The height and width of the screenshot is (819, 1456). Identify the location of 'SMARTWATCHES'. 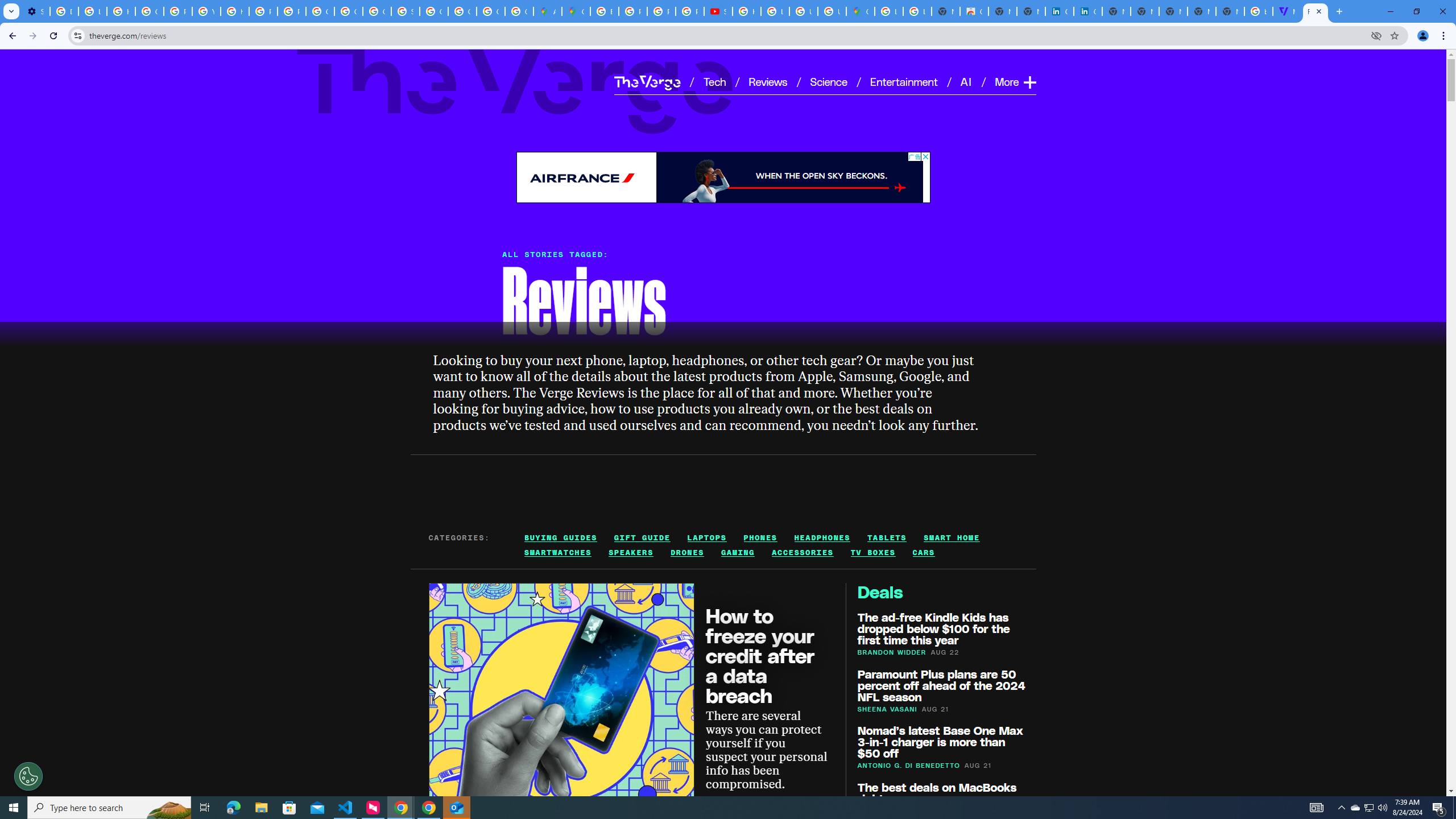
(558, 553).